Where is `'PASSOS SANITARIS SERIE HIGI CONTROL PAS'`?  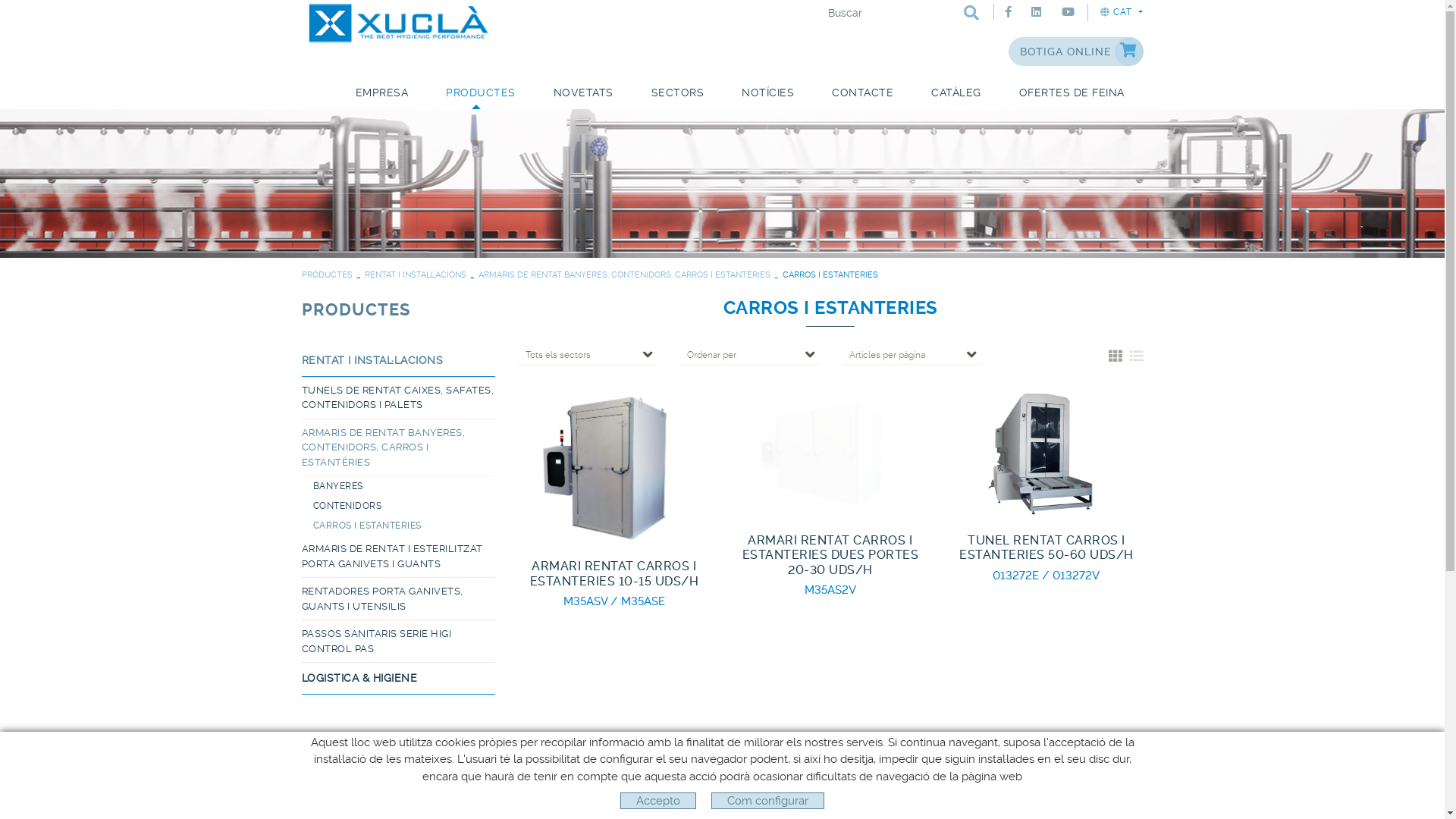
'PASSOS SANITARIS SERIE HIGI CONTROL PAS' is located at coordinates (302, 641).